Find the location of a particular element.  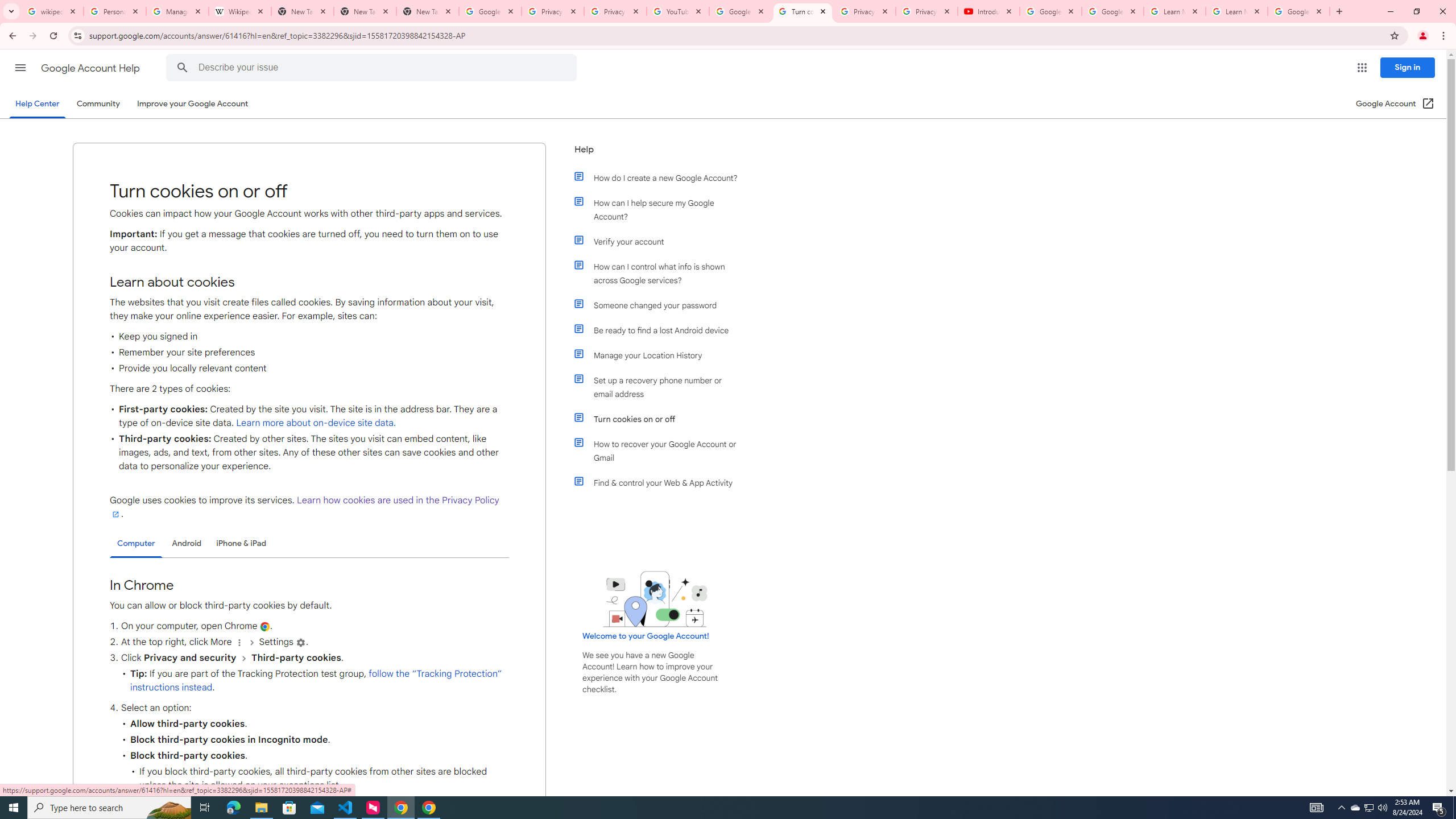

'Google Account Help' is located at coordinates (91, 68).